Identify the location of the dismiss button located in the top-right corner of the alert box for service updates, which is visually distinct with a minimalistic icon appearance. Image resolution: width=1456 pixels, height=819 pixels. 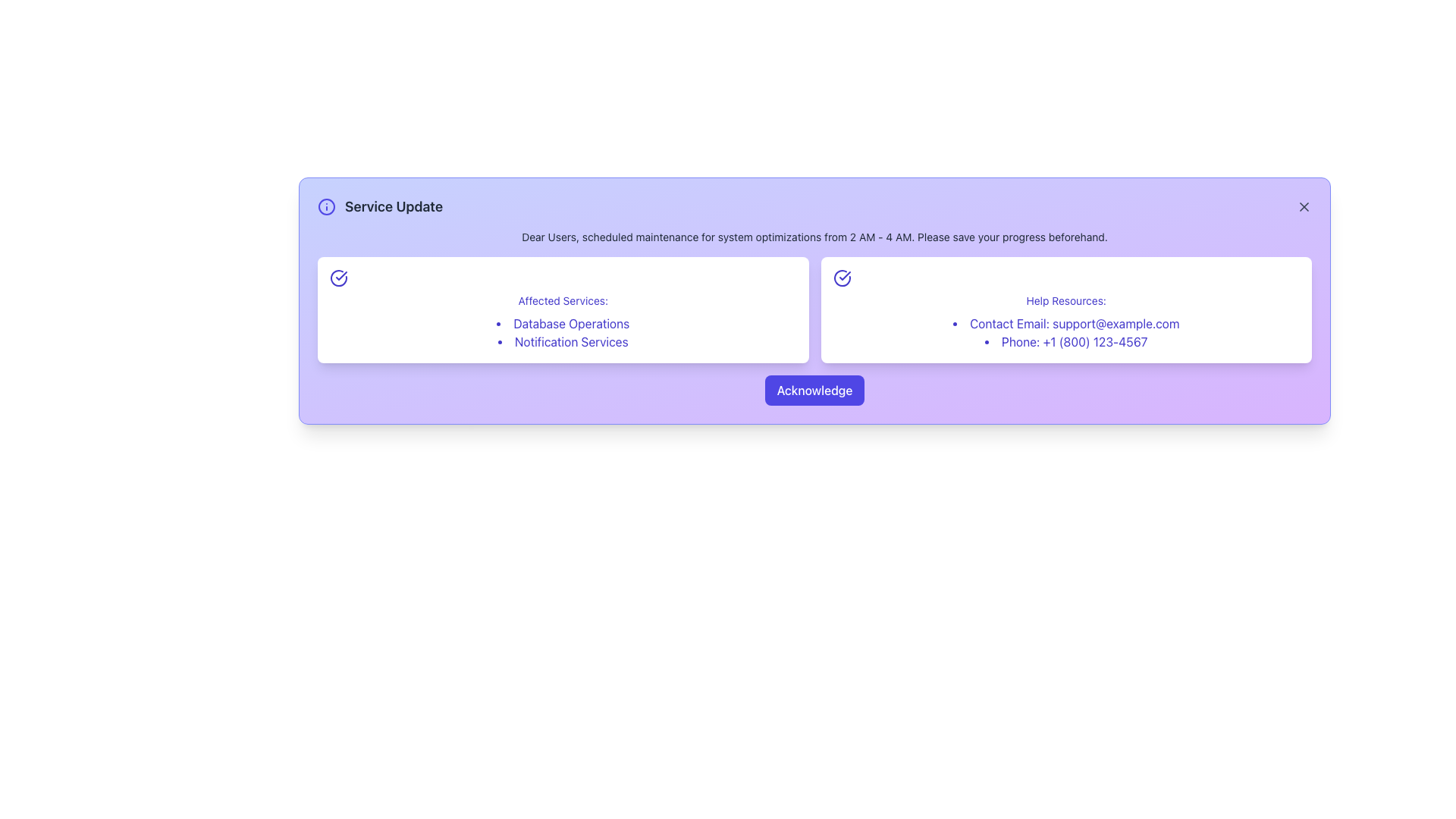
(1303, 207).